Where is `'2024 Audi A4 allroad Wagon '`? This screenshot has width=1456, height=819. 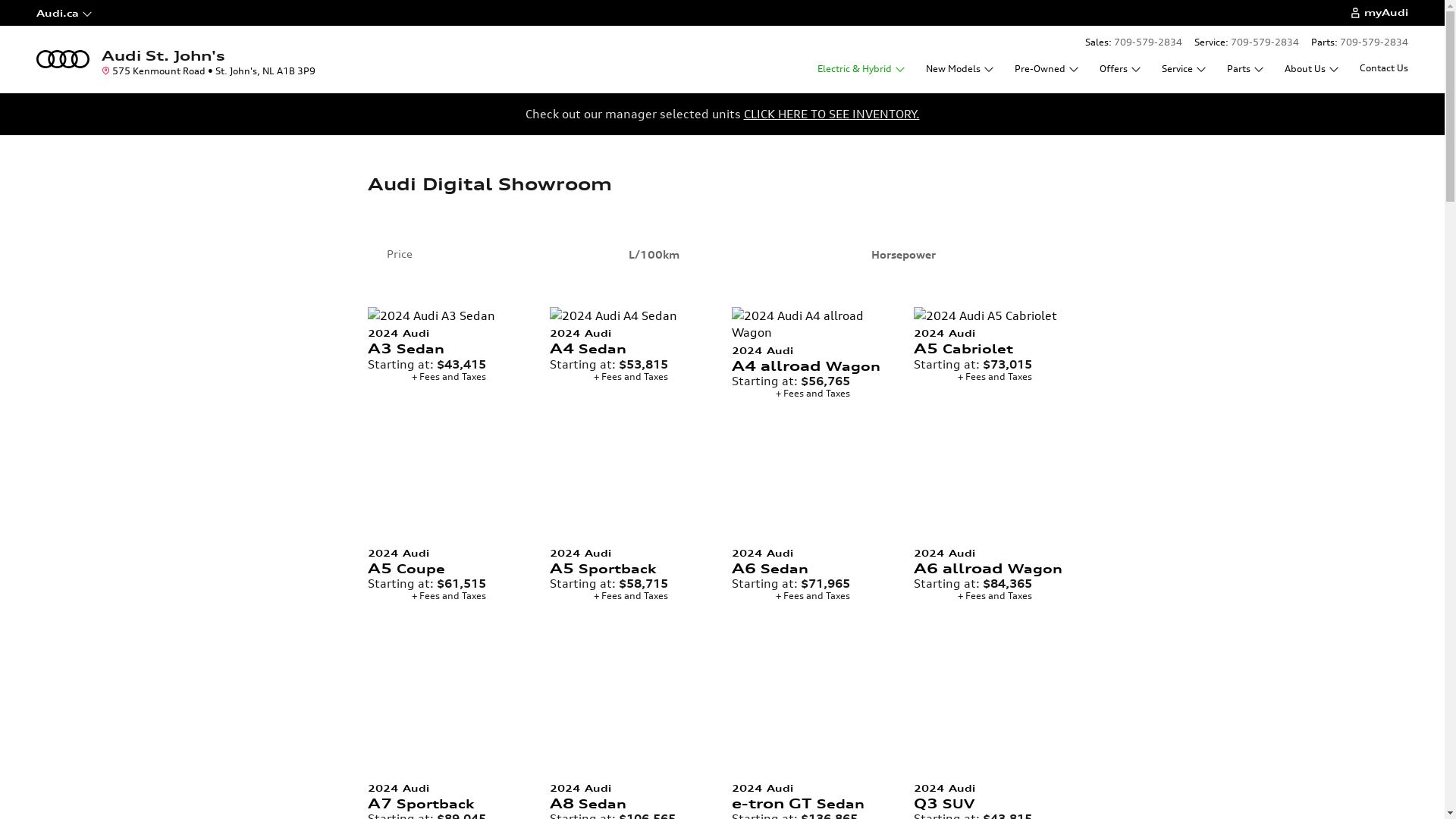
'2024 Audi A4 allroad Wagon ' is located at coordinates (731, 322).